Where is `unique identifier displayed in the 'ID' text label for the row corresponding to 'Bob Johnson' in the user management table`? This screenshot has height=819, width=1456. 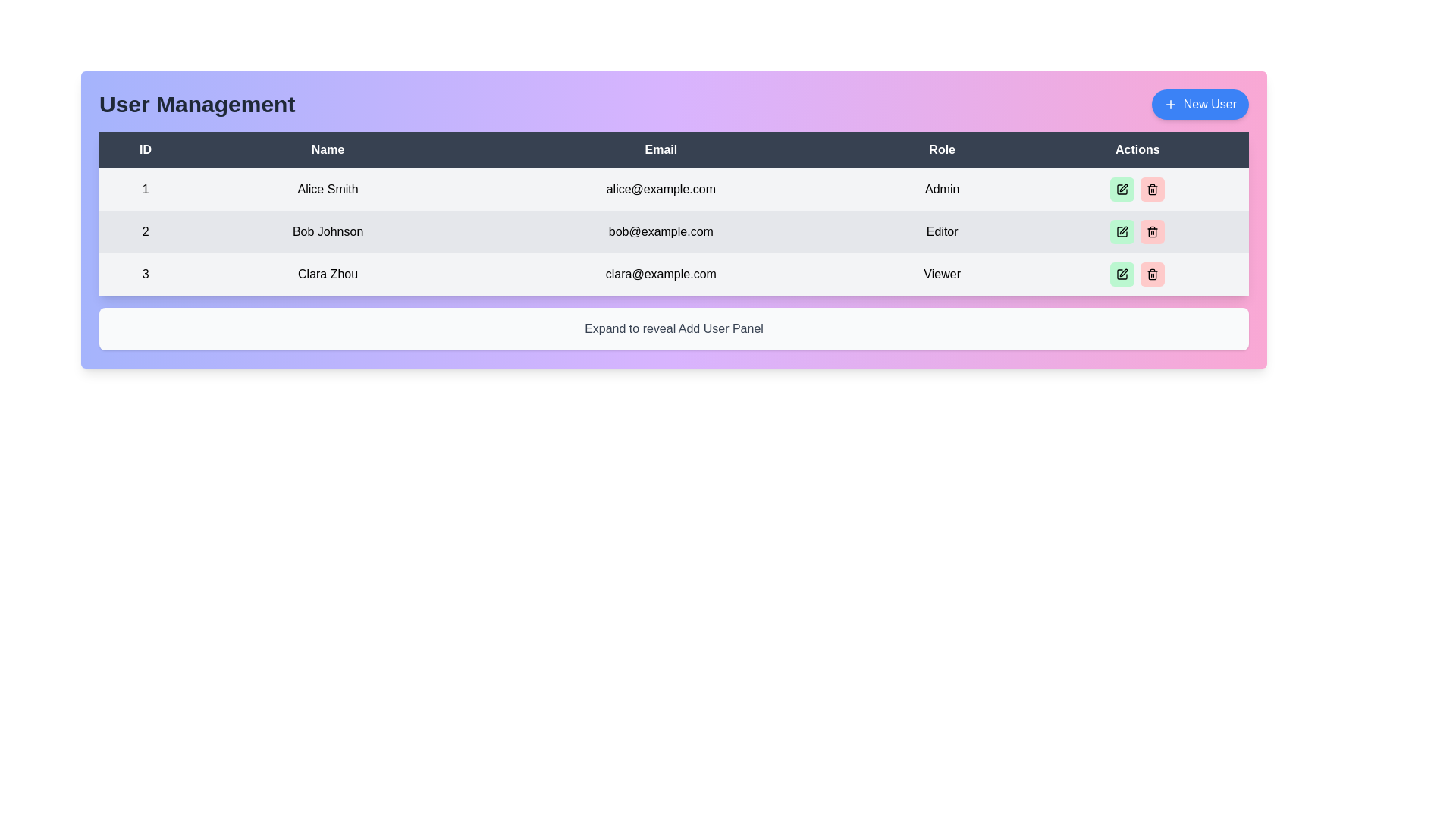 unique identifier displayed in the 'ID' text label for the row corresponding to 'Bob Johnson' in the user management table is located at coordinates (146, 231).